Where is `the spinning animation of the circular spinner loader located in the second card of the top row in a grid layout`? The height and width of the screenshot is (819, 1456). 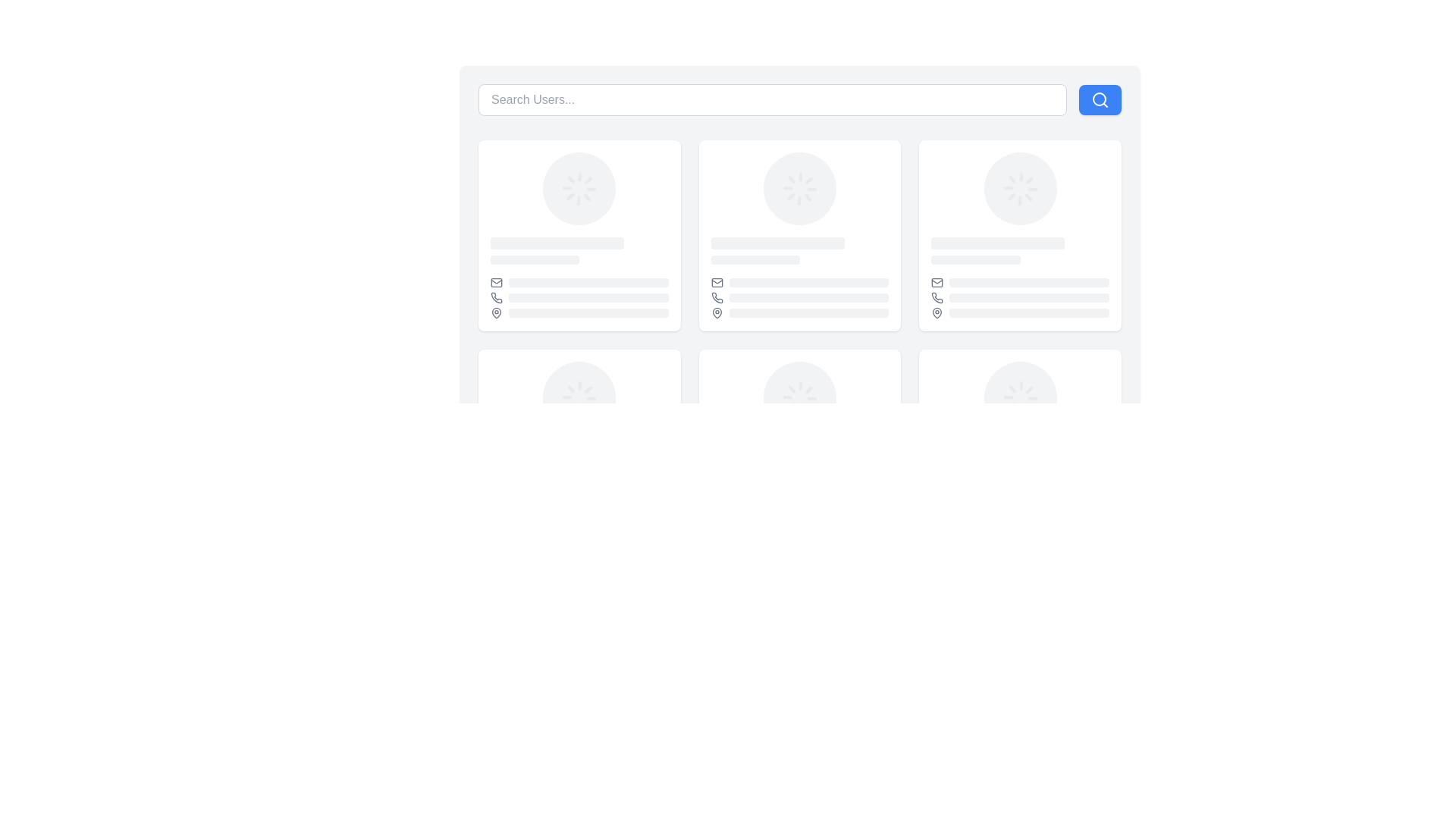
the spinning animation of the circular spinner loader located in the second card of the top row in a grid layout is located at coordinates (1020, 188).